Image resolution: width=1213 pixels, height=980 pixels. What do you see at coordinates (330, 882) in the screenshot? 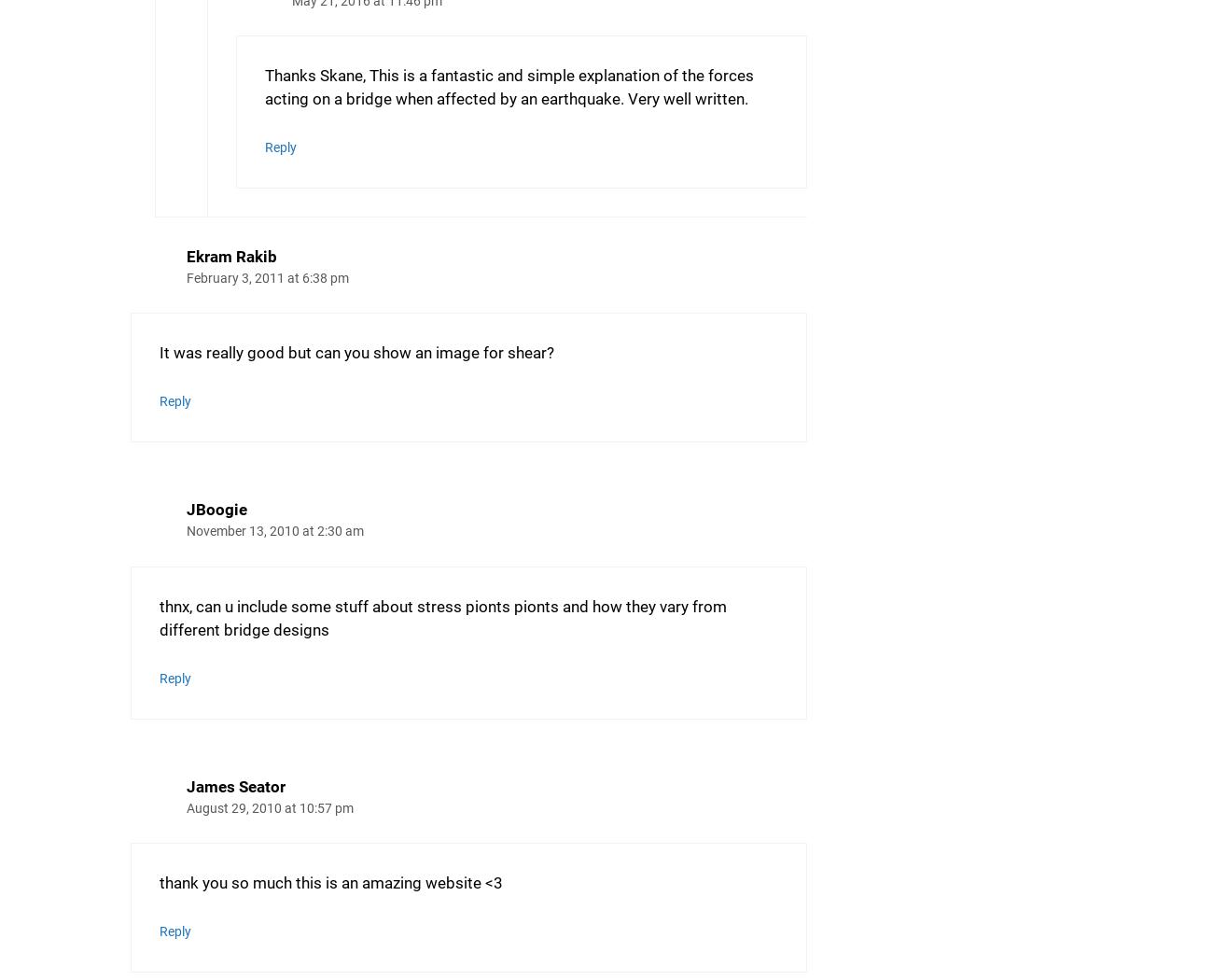
I see `'thank you so much this is an amazing website <3'` at bounding box center [330, 882].